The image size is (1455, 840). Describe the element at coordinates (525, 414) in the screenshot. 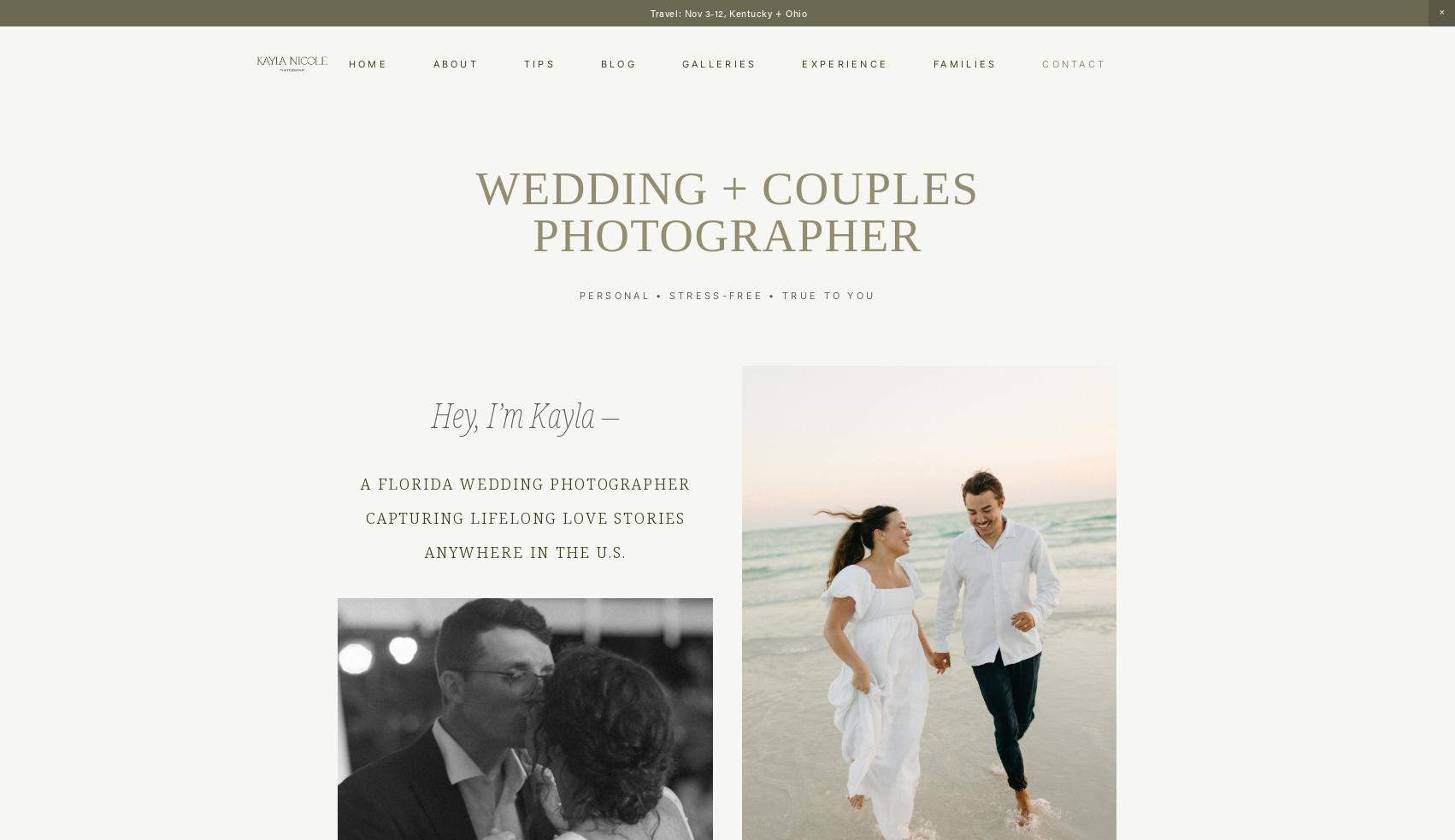

I see `'Hey, I’m Kayla –'` at that location.